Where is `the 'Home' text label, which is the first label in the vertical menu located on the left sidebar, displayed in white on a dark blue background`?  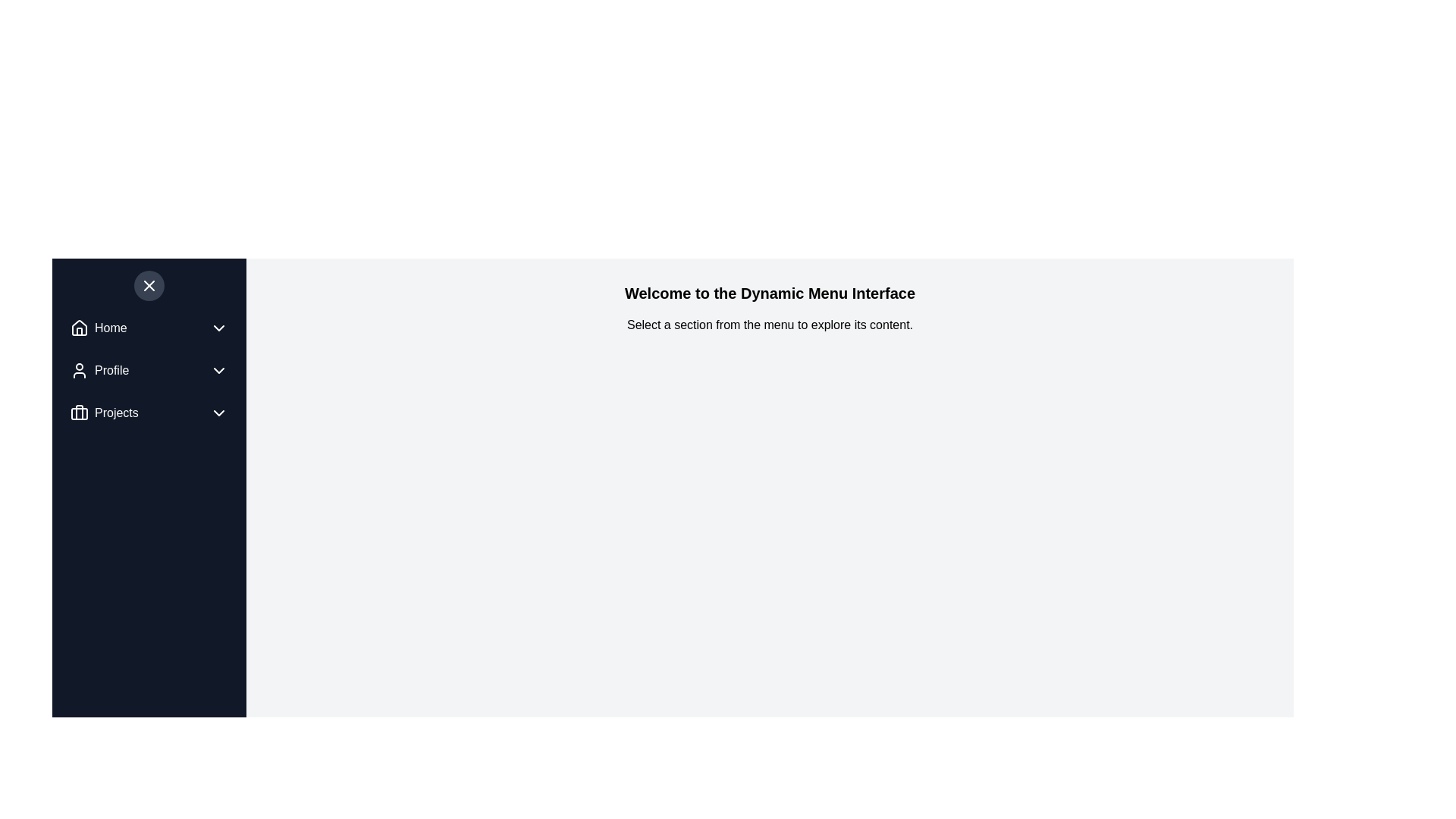 the 'Home' text label, which is the first label in the vertical menu located on the left sidebar, displayed in white on a dark blue background is located at coordinates (110, 327).